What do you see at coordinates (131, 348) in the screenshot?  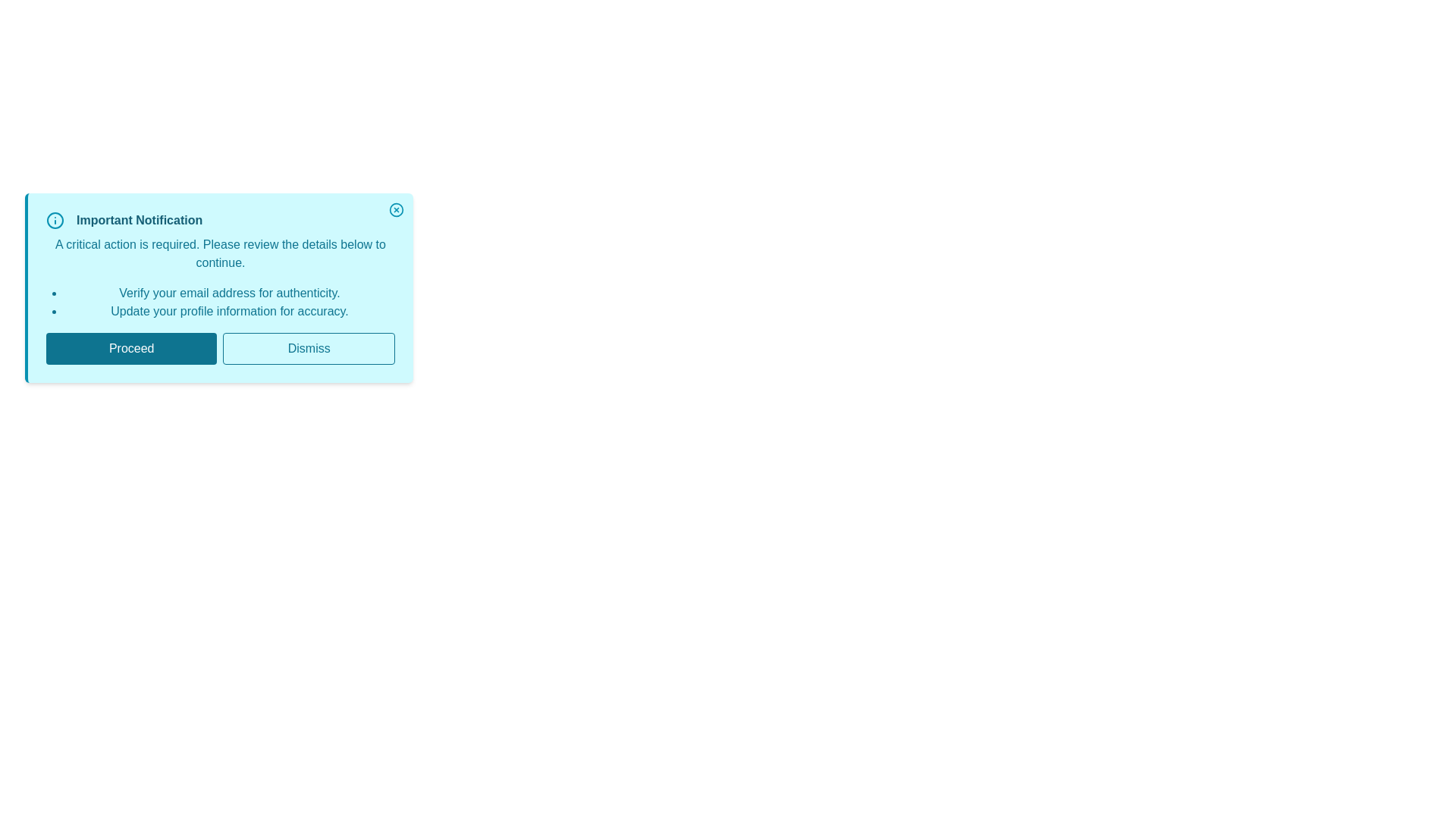 I see `the 'Proceed' button to continue with the action` at bounding box center [131, 348].